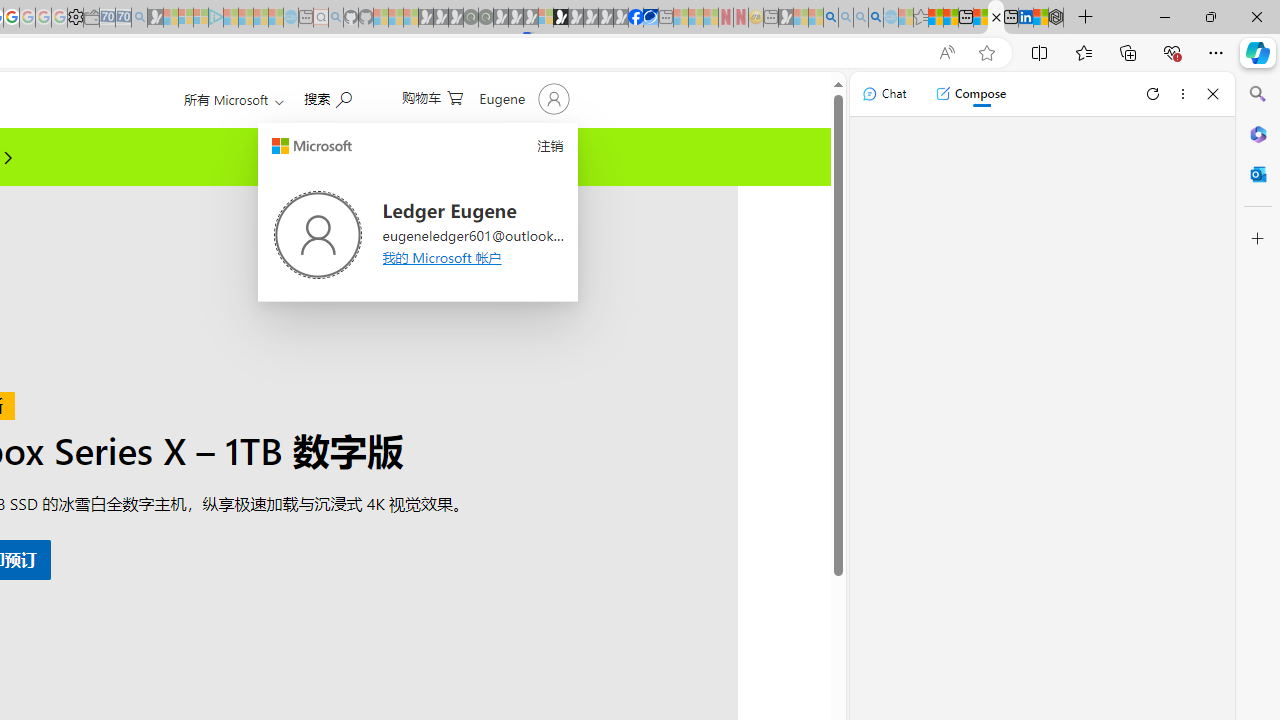  What do you see at coordinates (1257, 238) in the screenshot?
I see `'Close Customize pane'` at bounding box center [1257, 238].